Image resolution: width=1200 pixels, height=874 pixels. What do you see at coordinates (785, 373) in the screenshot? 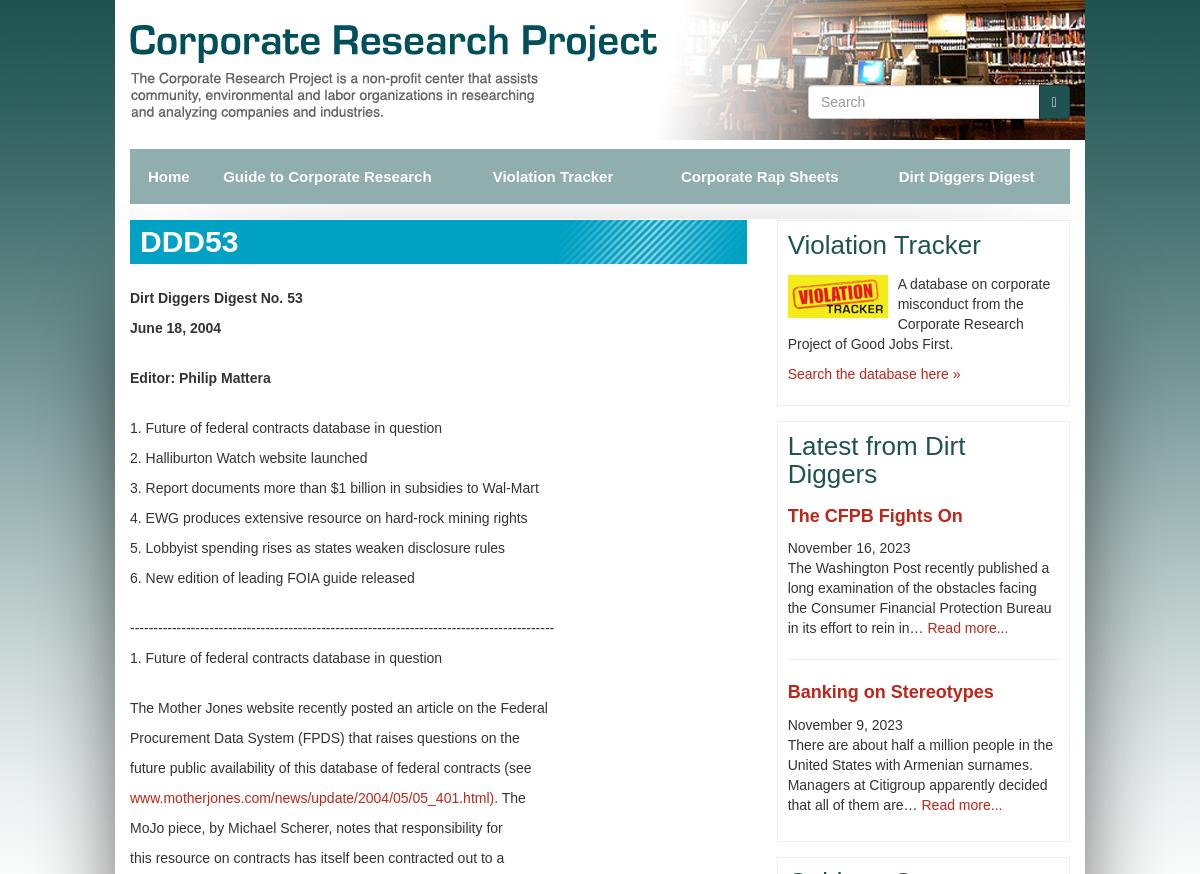
I see `'Search the database here »'` at bounding box center [785, 373].